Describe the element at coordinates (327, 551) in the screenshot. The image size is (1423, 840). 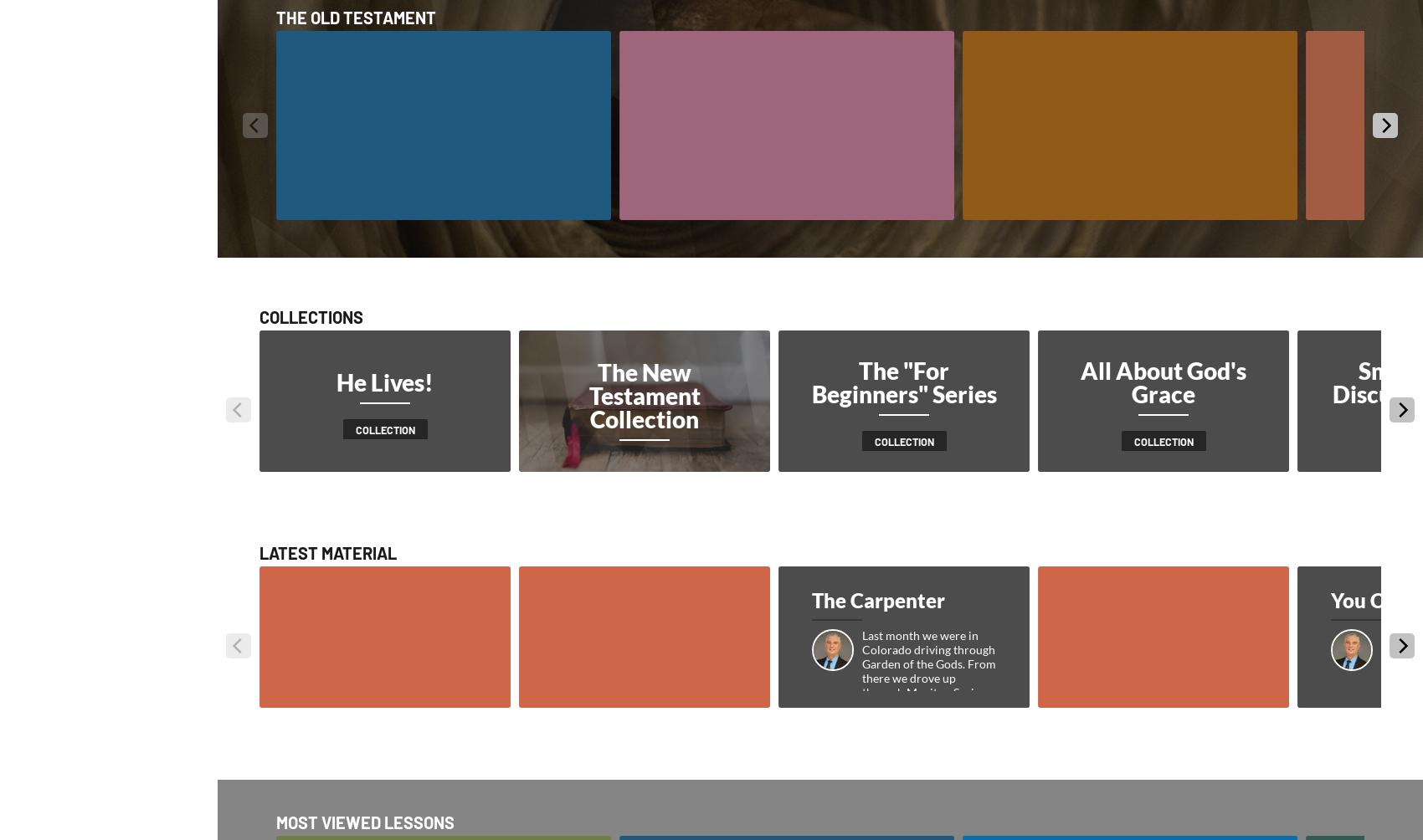
I see `'Latest Material'` at that location.